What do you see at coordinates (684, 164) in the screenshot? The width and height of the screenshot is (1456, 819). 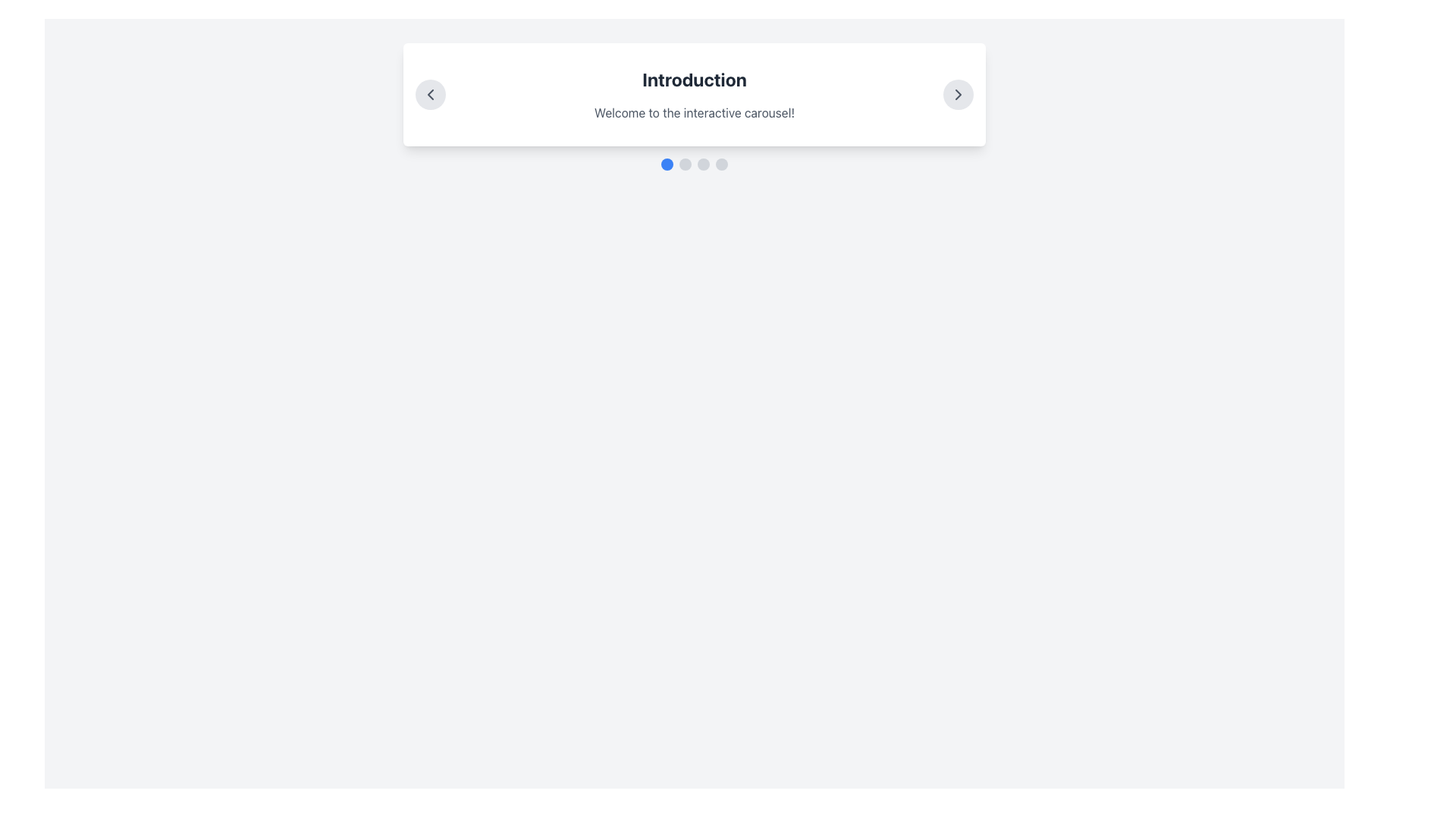 I see `the second navigation dot in the carousel interface` at bounding box center [684, 164].